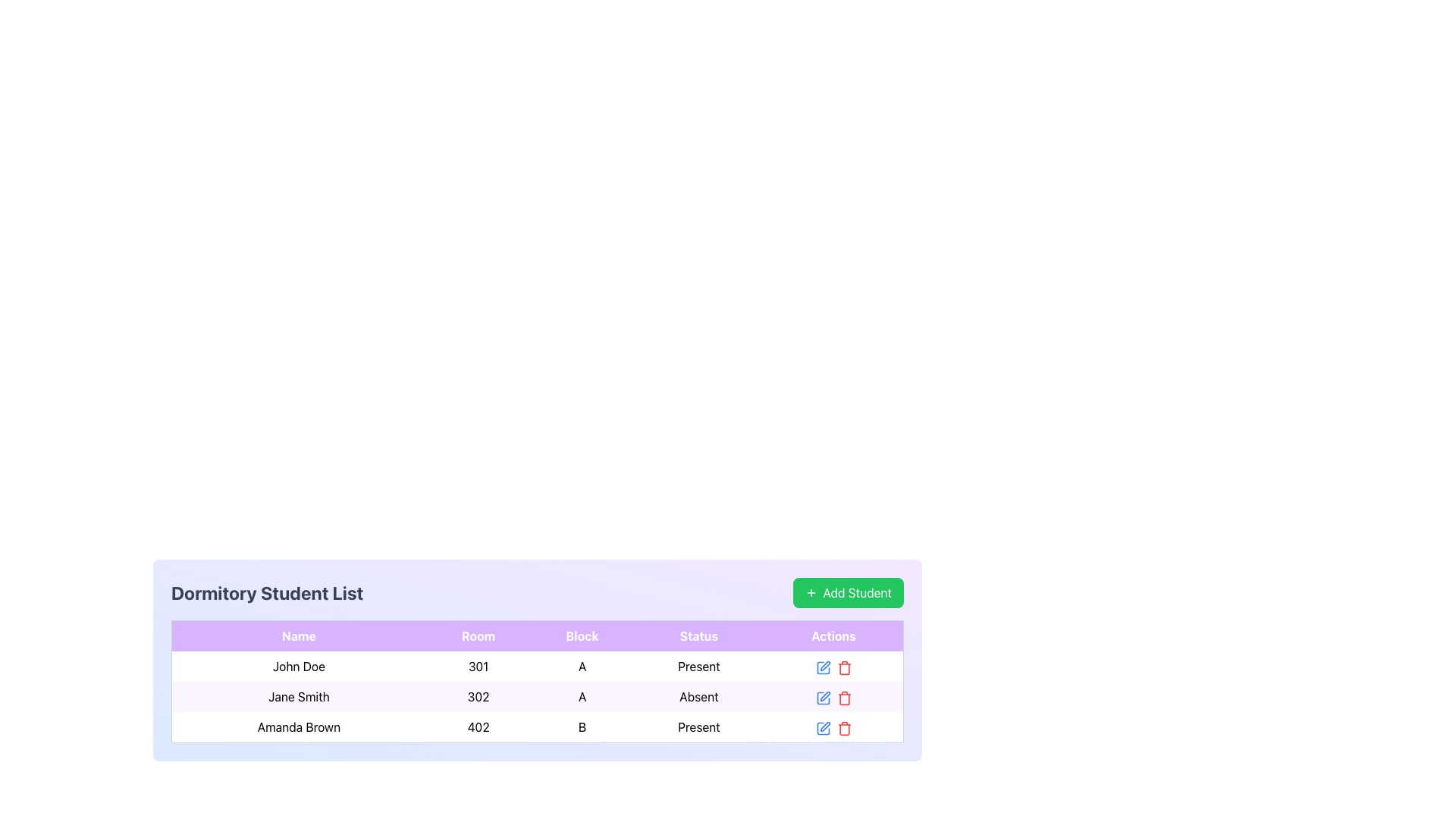 The width and height of the screenshot is (1456, 819). What do you see at coordinates (822, 726) in the screenshot?
I see `the small blue pen icon in the 'Actions' column of the student list table for 'Amanda Brown'` at bounding box center [822, 726].